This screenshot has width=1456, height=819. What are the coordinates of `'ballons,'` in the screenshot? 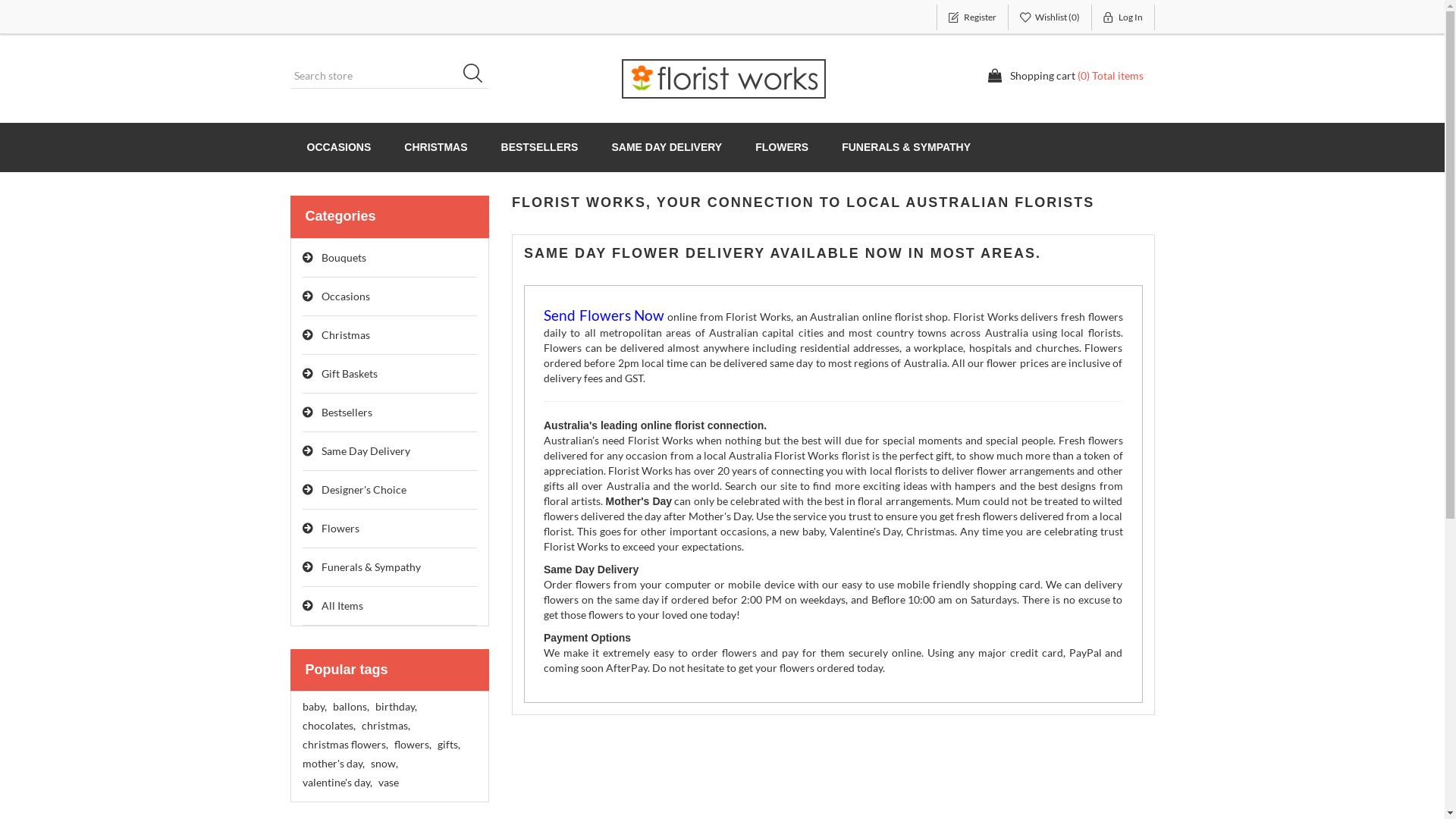 It's located at (349, 707).